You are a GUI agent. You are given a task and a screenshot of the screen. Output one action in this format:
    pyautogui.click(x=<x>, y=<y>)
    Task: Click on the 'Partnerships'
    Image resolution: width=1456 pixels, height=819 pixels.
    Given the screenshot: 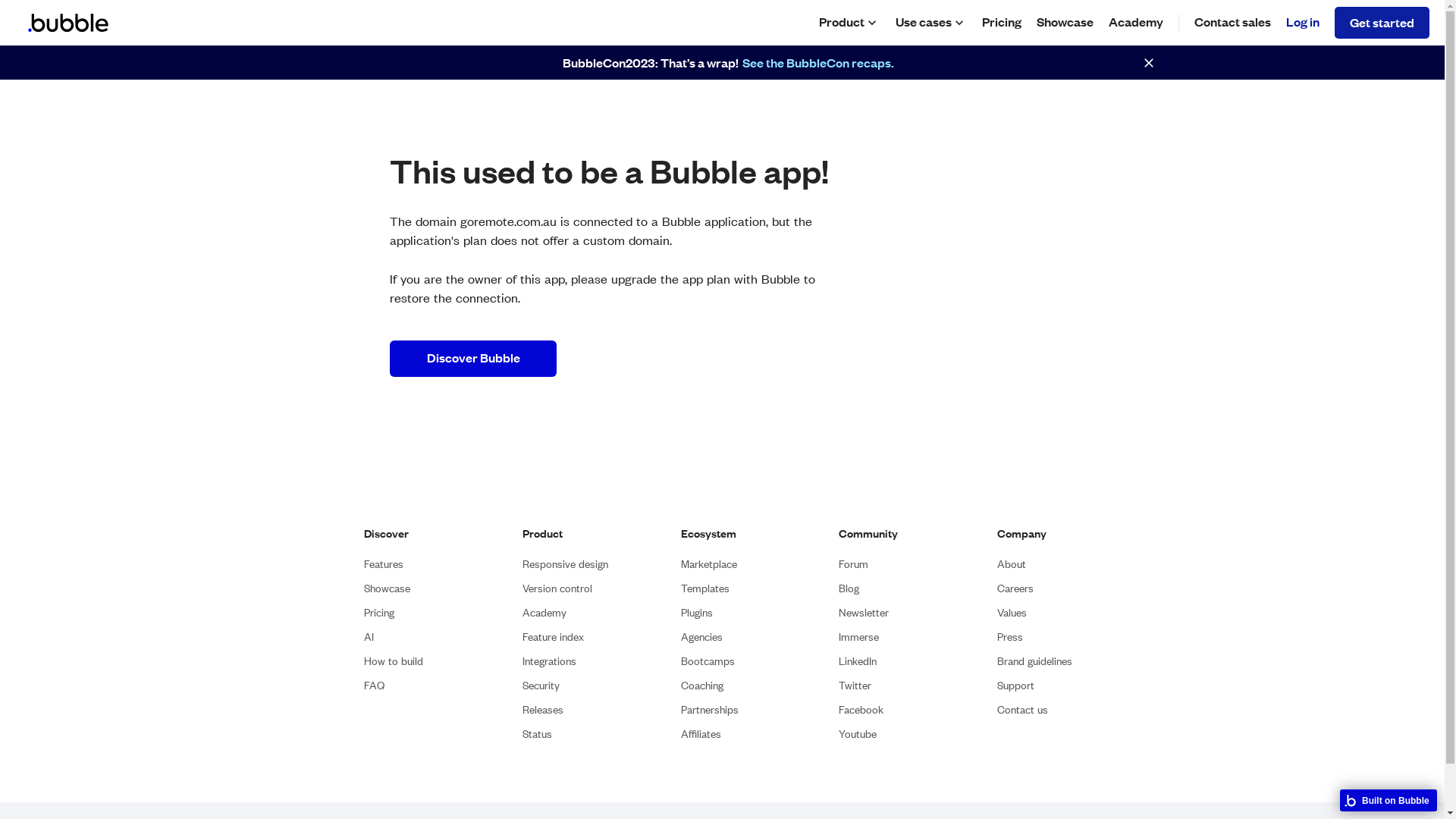 What is the action you would take?
    pyautogui.click(x=709, y=709)
    